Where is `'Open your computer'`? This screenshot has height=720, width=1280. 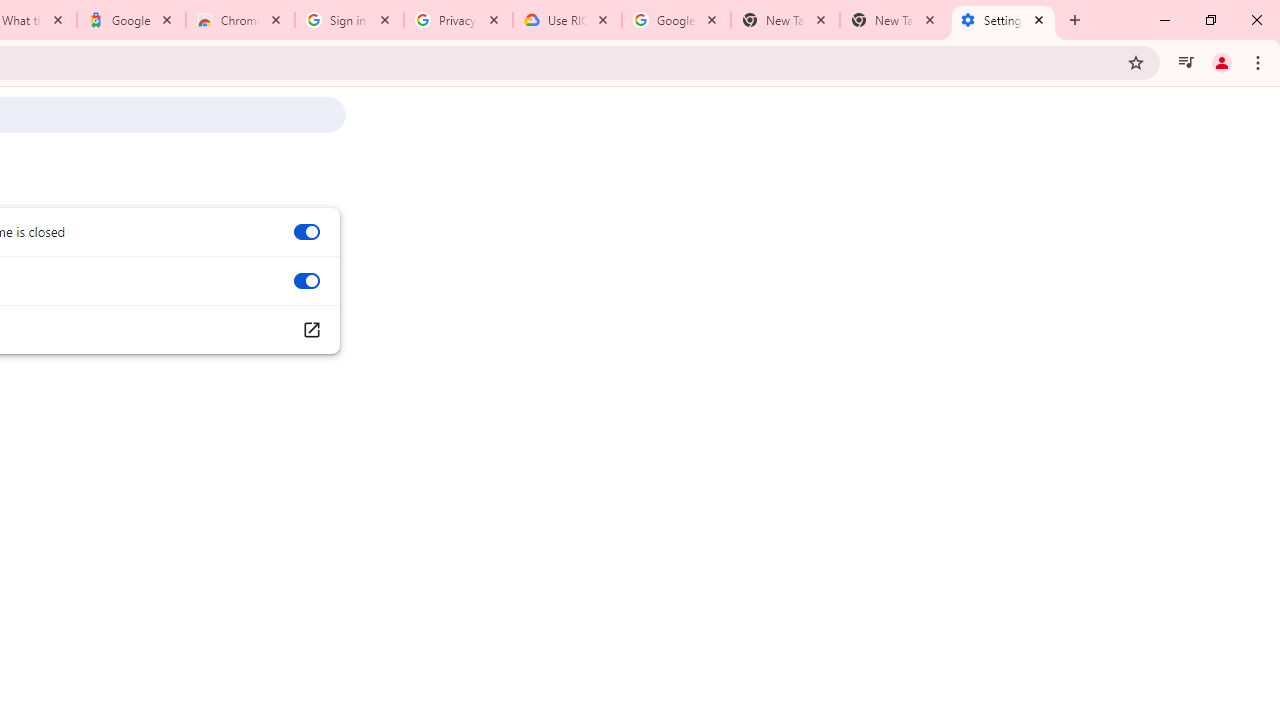
'Open your computer' is located at coordinates (310, 329).